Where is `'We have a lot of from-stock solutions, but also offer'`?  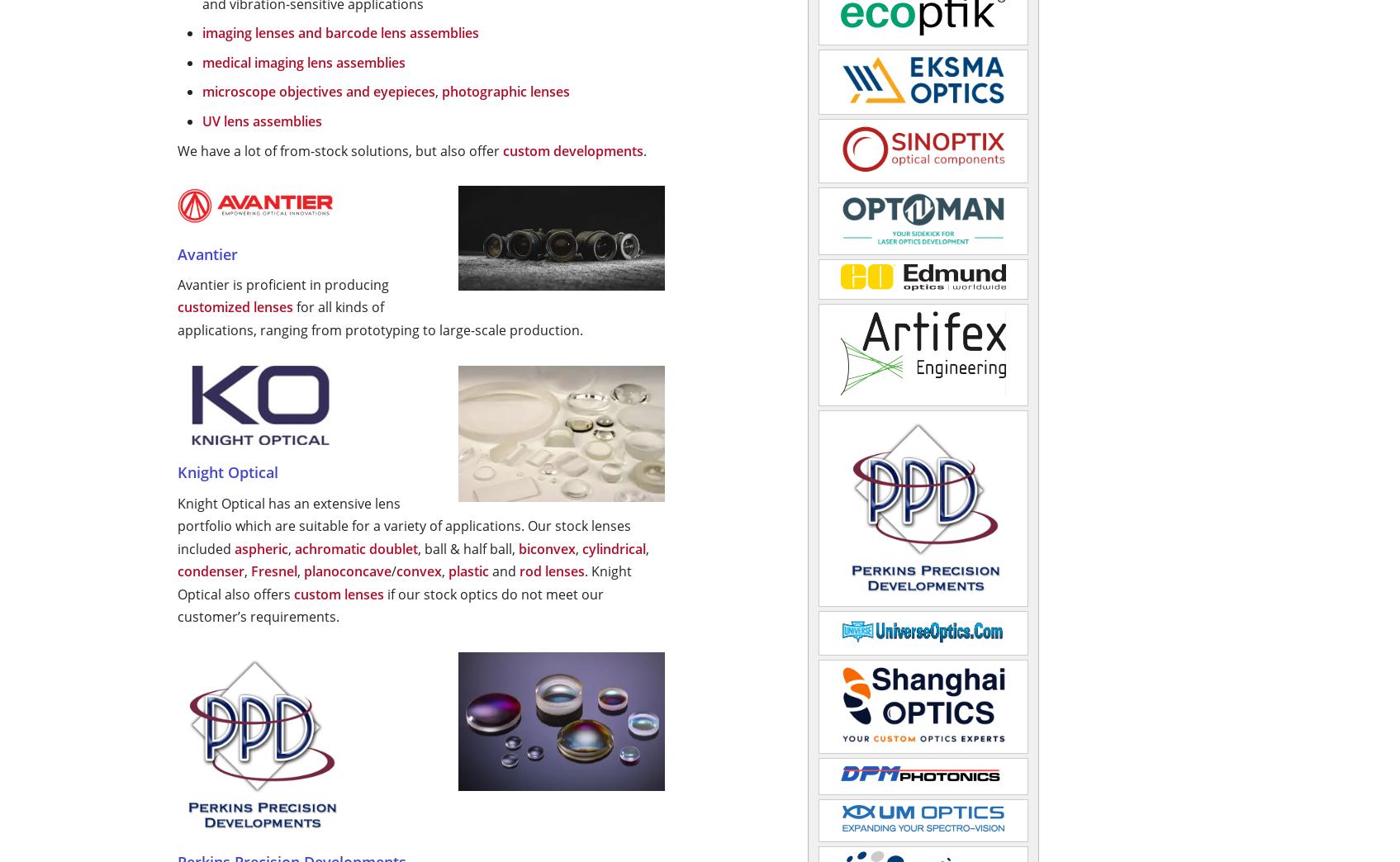
'We have a lot of from-stock solutions, but also offer' is located at coordinates (340, 149).